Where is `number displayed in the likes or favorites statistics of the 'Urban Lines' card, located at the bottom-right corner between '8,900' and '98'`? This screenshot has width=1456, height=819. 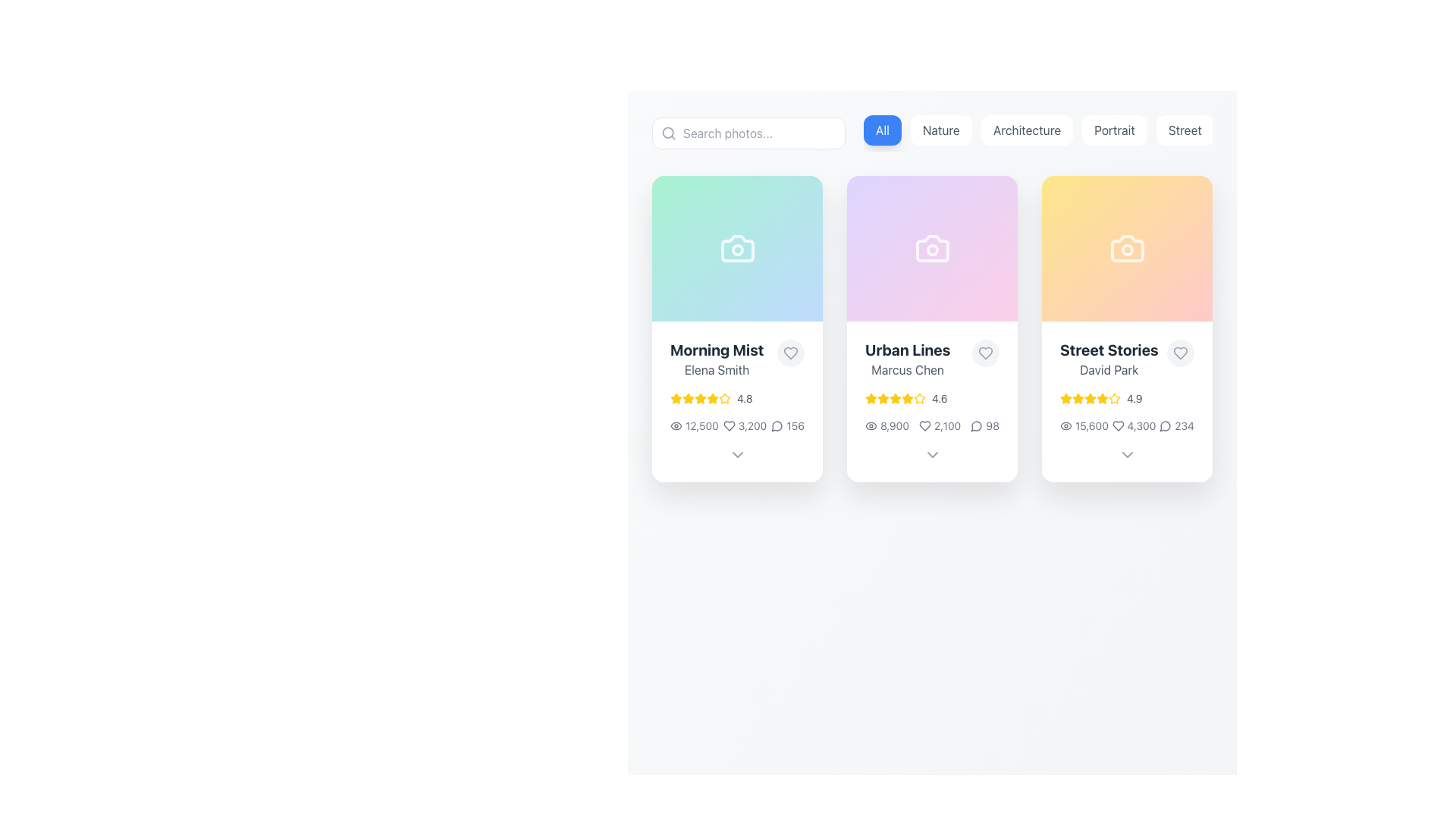 number displayed in the likes or favorites statistics of the 'Urban Lines' card, located at the bottom-right corner between '8,900' and '98' is located at coordinates (939, 426).